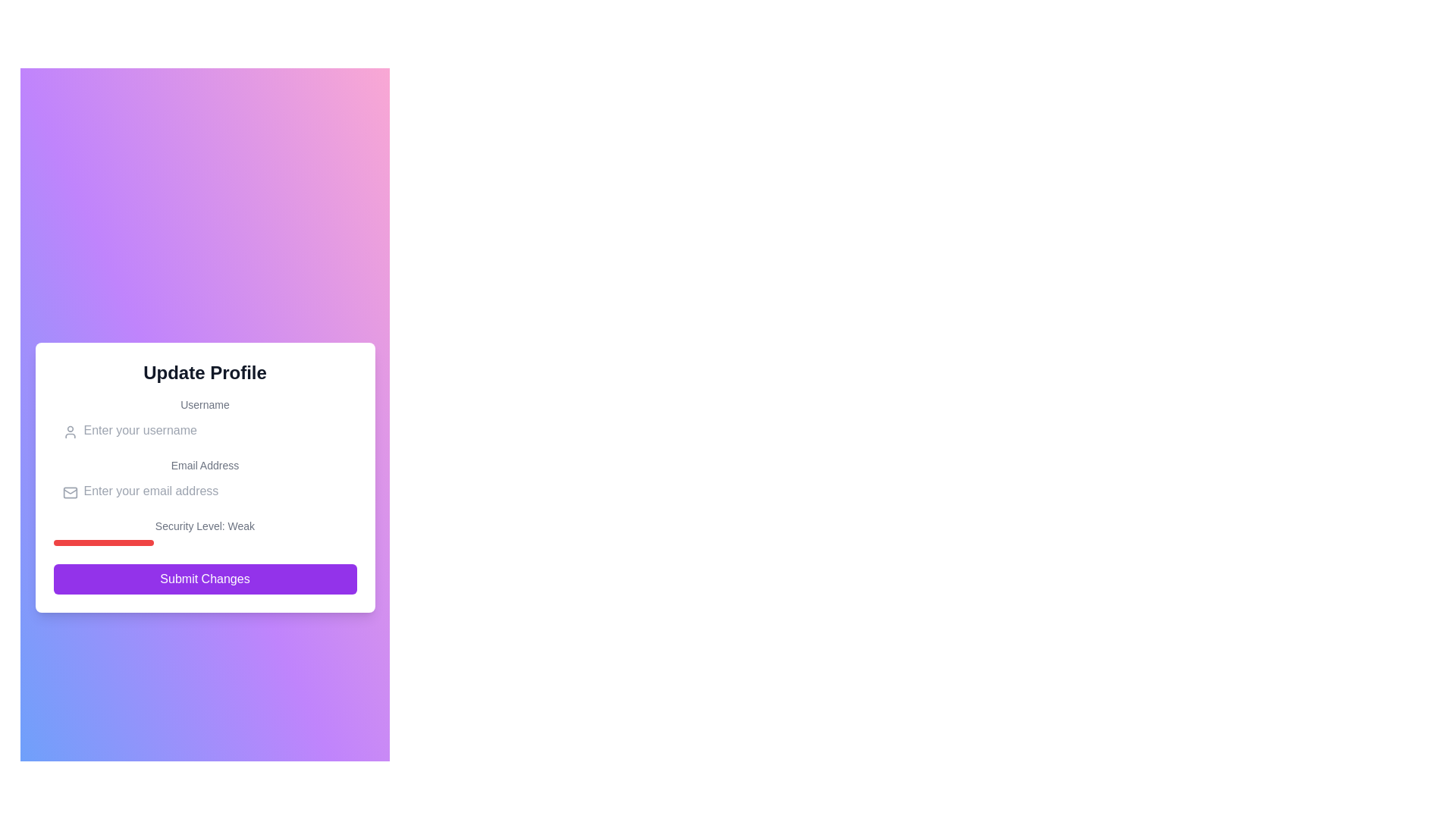 The image size is (1456, 819). I want to click on the label that provides context for the email input field, located in the upper-central area of the form above the email input field, so click(204, 464).